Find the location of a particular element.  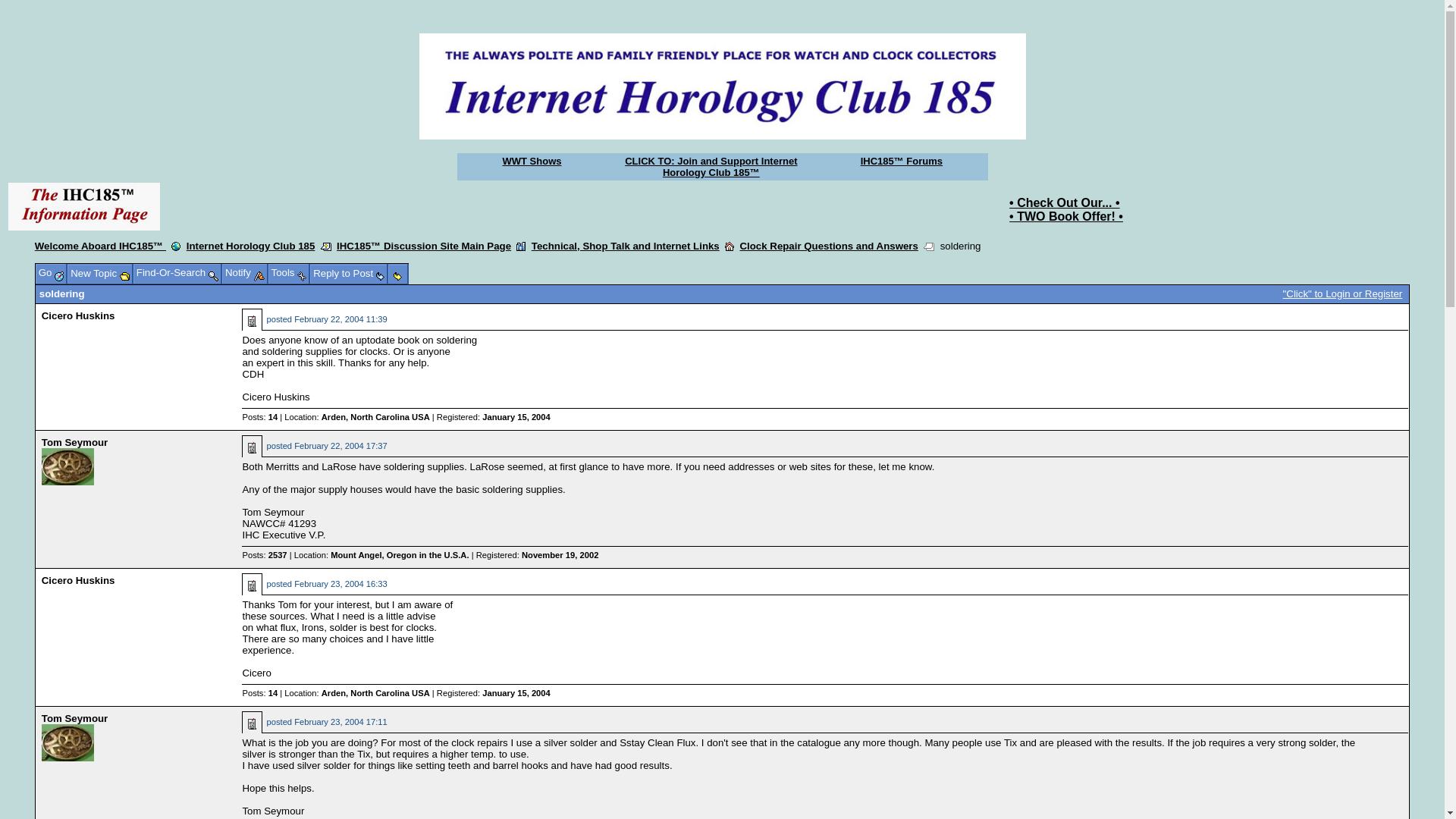

'Posts: 14' is located at coordinates (240, 417).